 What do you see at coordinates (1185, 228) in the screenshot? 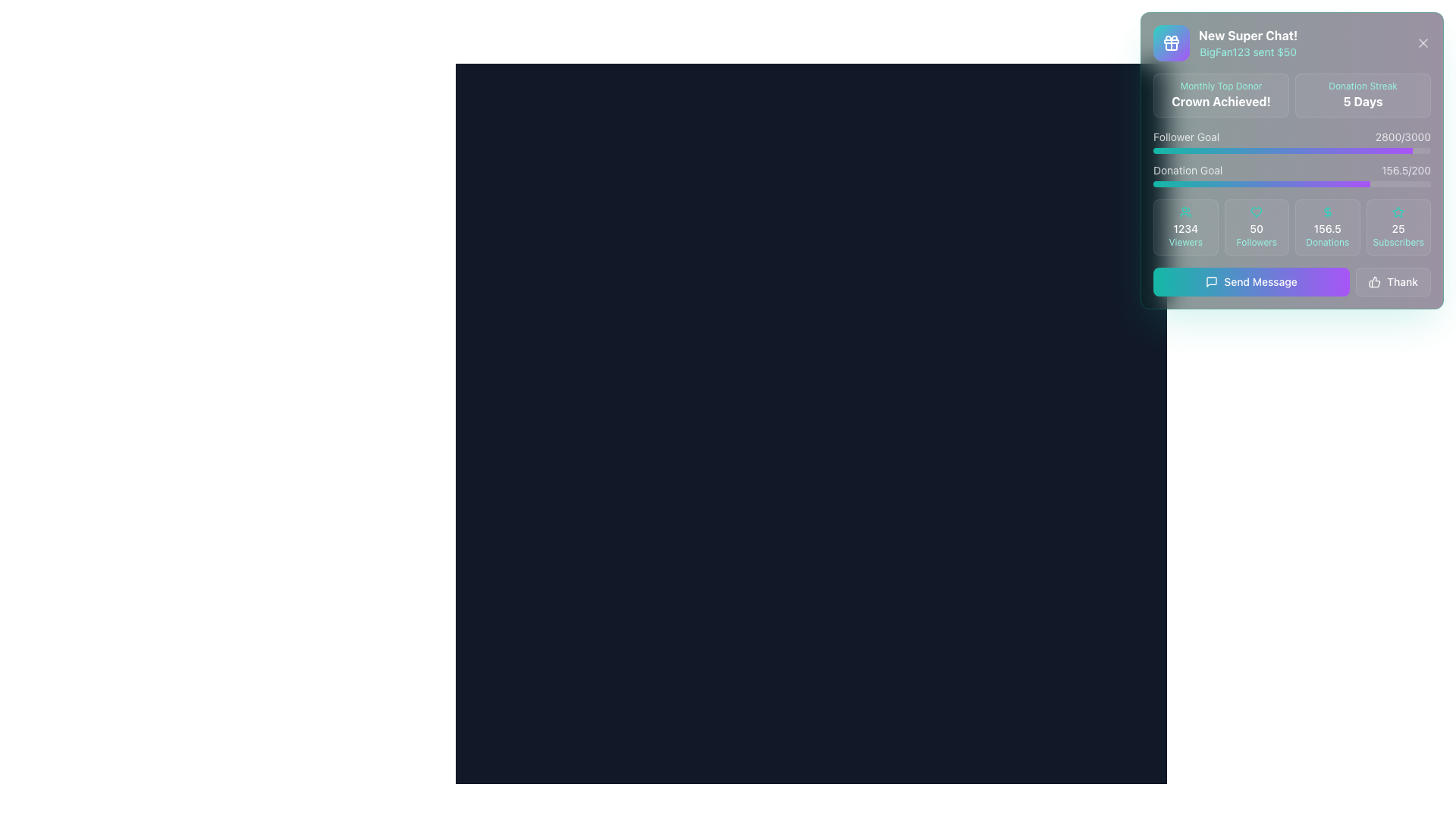
I see `the text display showing the number of viewers, which is located directly below the viewer icon and above the text 'viewers' in the bottom right corner of the metrics pop-up card` at bounding box center [1185, 228].